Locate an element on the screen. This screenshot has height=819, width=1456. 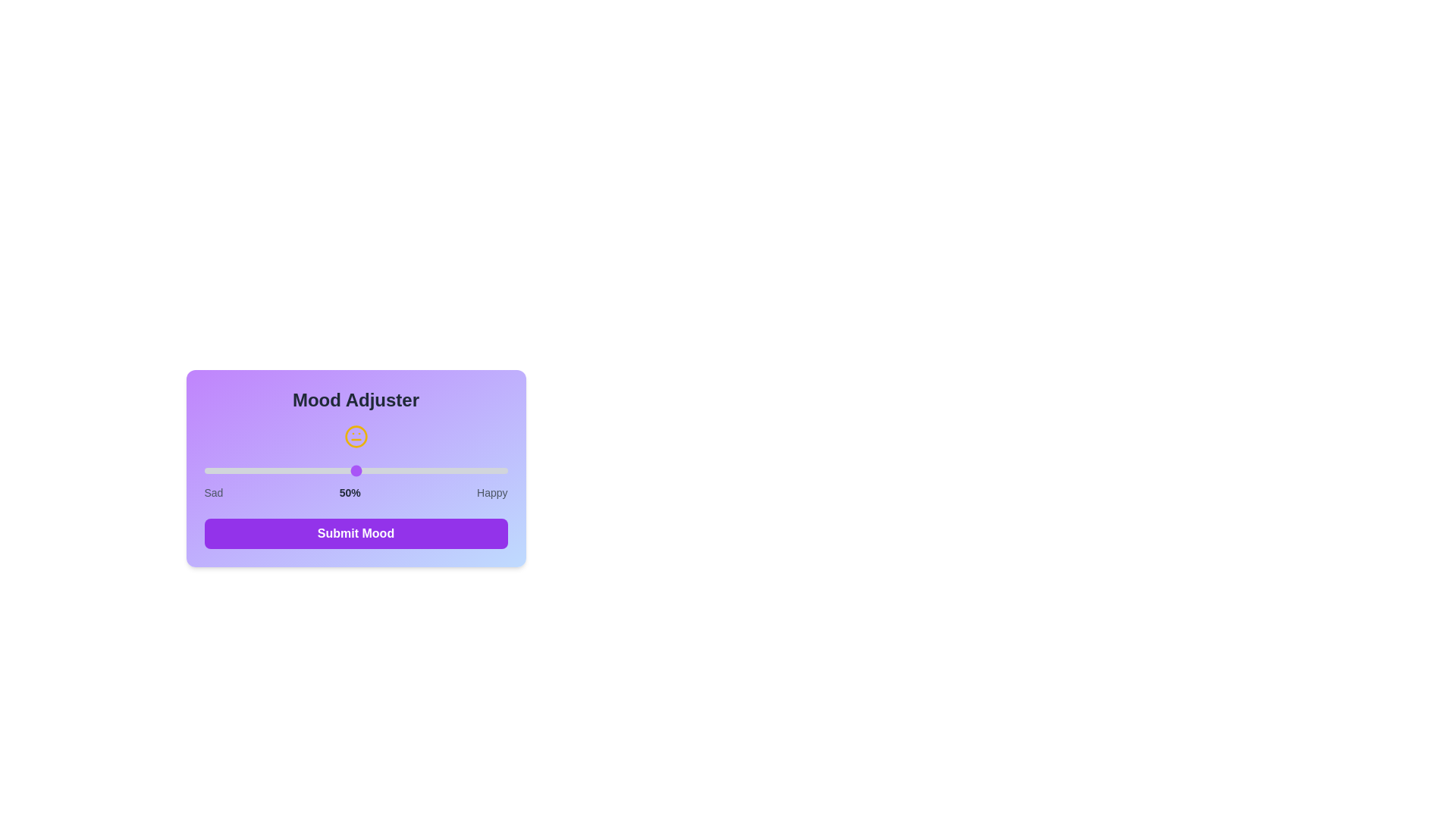
the mood slider to 35% to observe the mood icon change is located at coordinates (309, 470).